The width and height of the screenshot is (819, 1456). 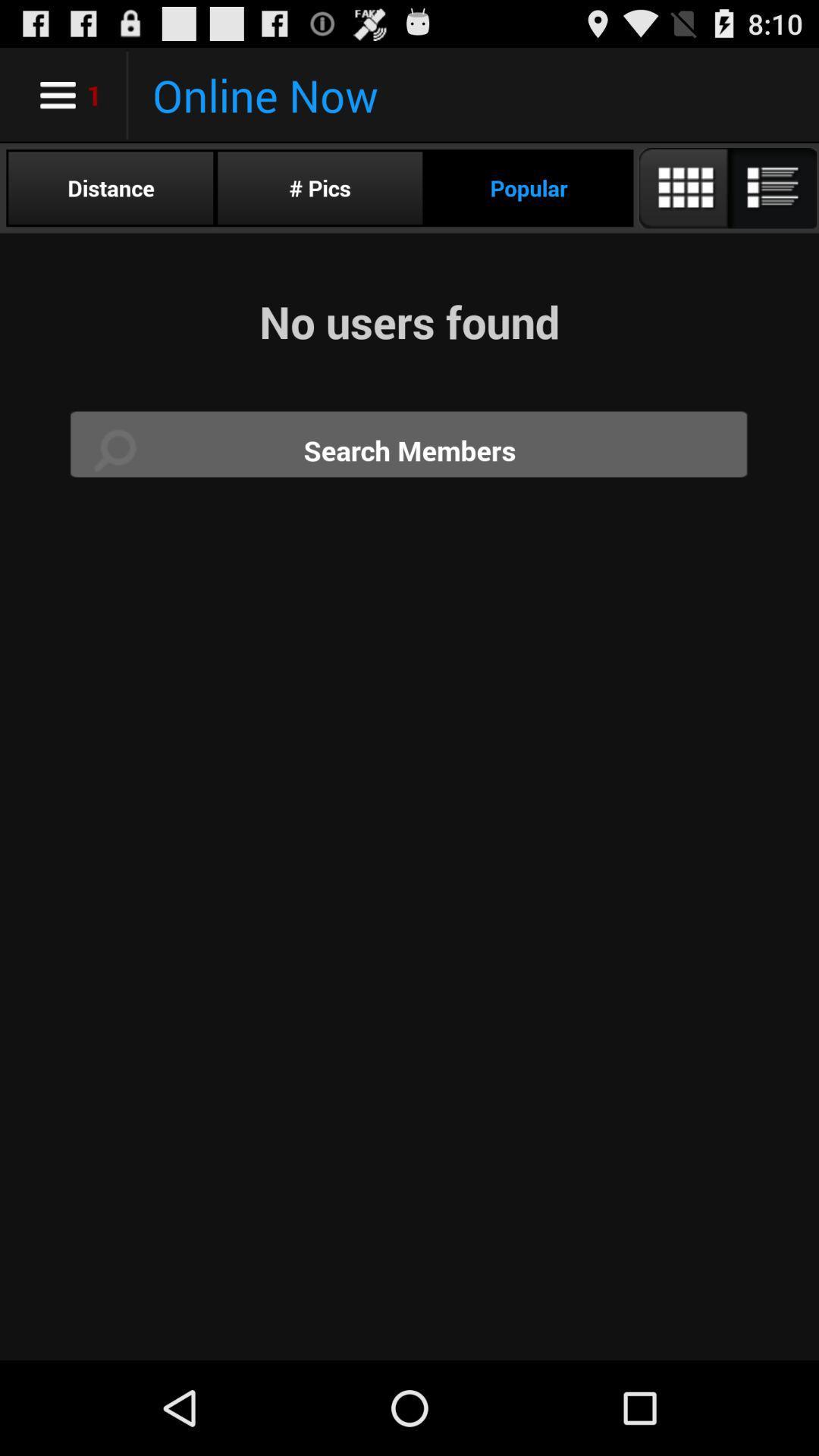 What do you see at coordinates (319, 187) in the screenshot?
I see `the icon next to the popular icon` at bounding box center [319, 187].